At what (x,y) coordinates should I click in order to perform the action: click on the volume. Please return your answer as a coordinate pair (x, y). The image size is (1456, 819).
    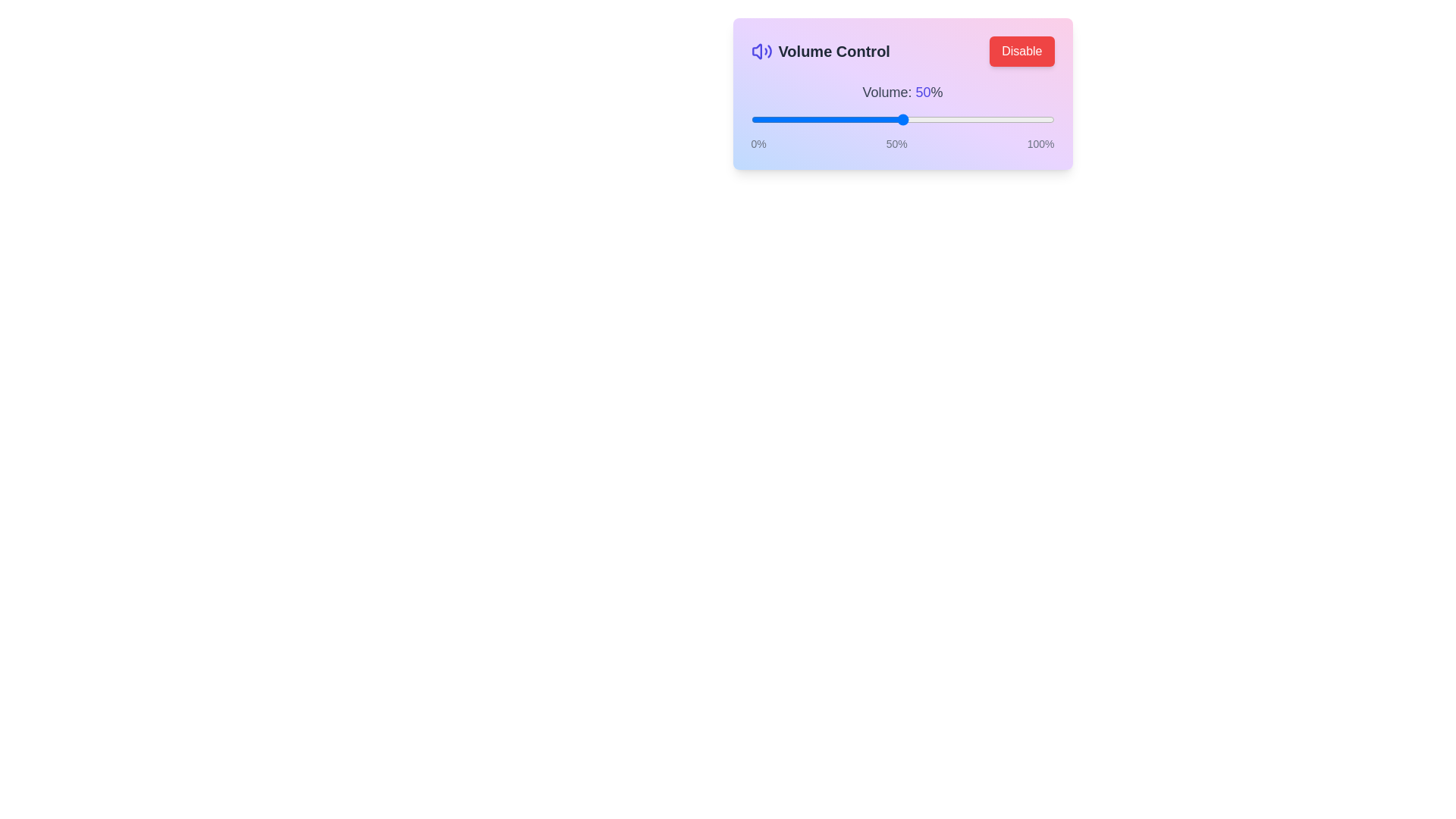
    Looking at the image, I should click on (811, 119).